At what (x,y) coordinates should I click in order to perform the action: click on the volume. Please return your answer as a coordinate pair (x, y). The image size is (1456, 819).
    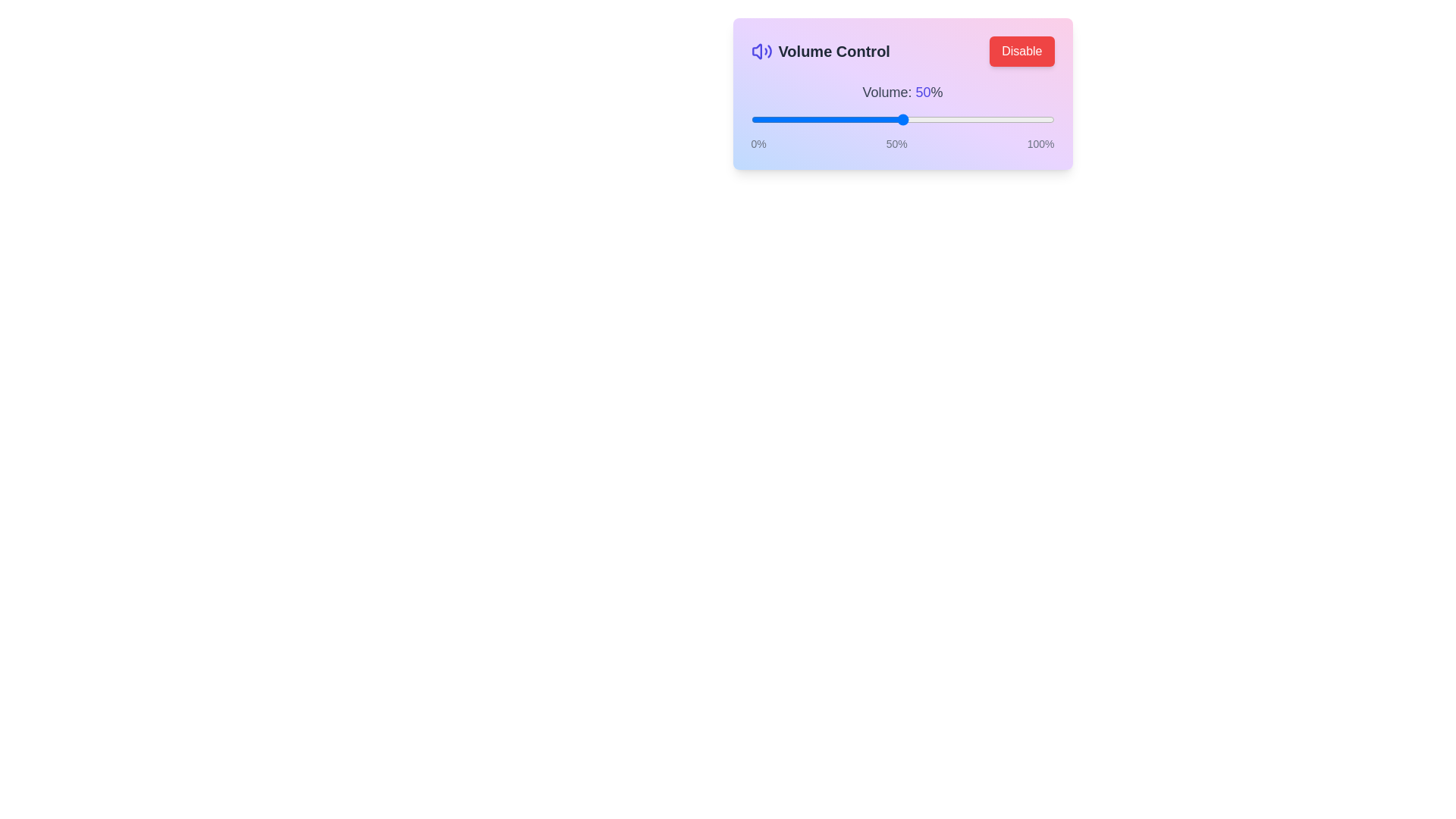
    Looking at the image, I should click on (811, 119).